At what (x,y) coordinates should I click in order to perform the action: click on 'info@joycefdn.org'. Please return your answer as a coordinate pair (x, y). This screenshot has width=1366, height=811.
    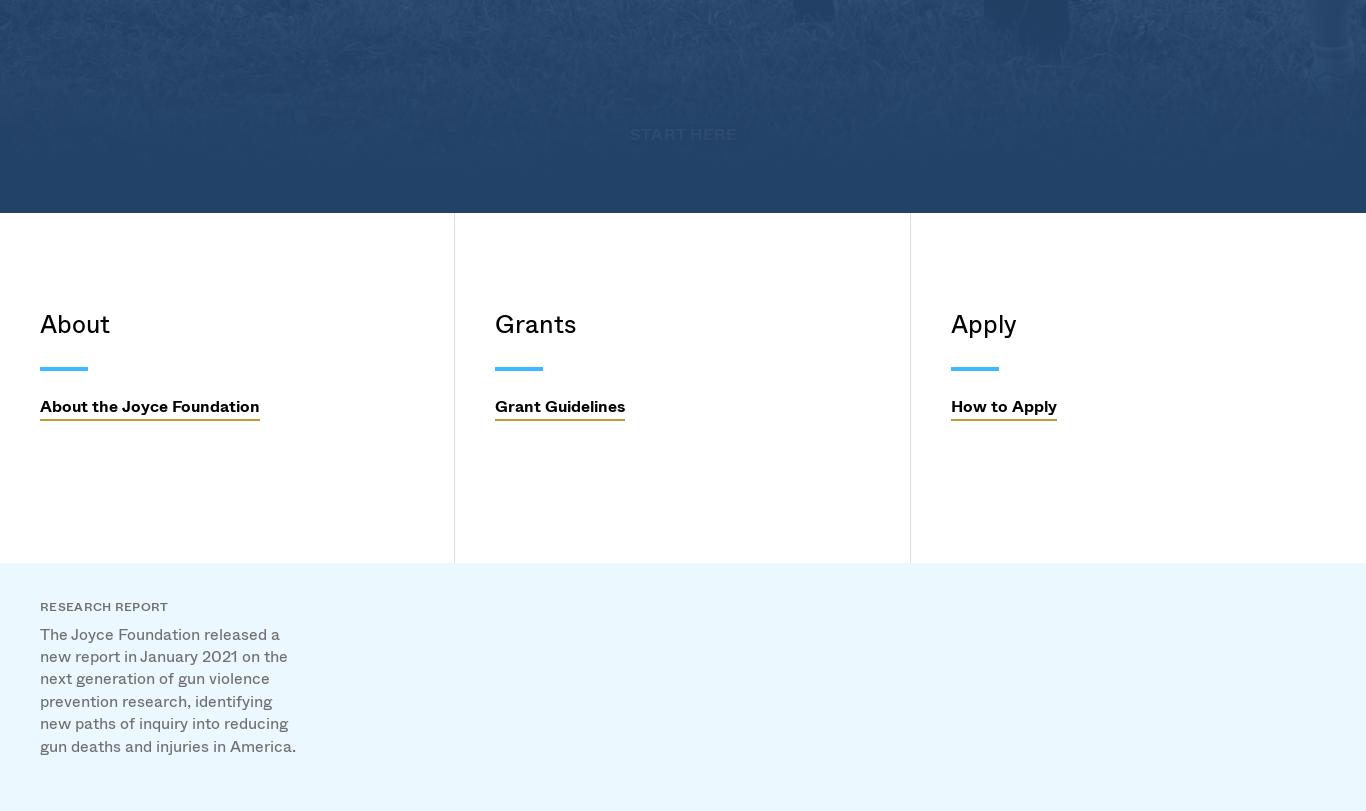
    Looking at the image, I should click on (106, 483).